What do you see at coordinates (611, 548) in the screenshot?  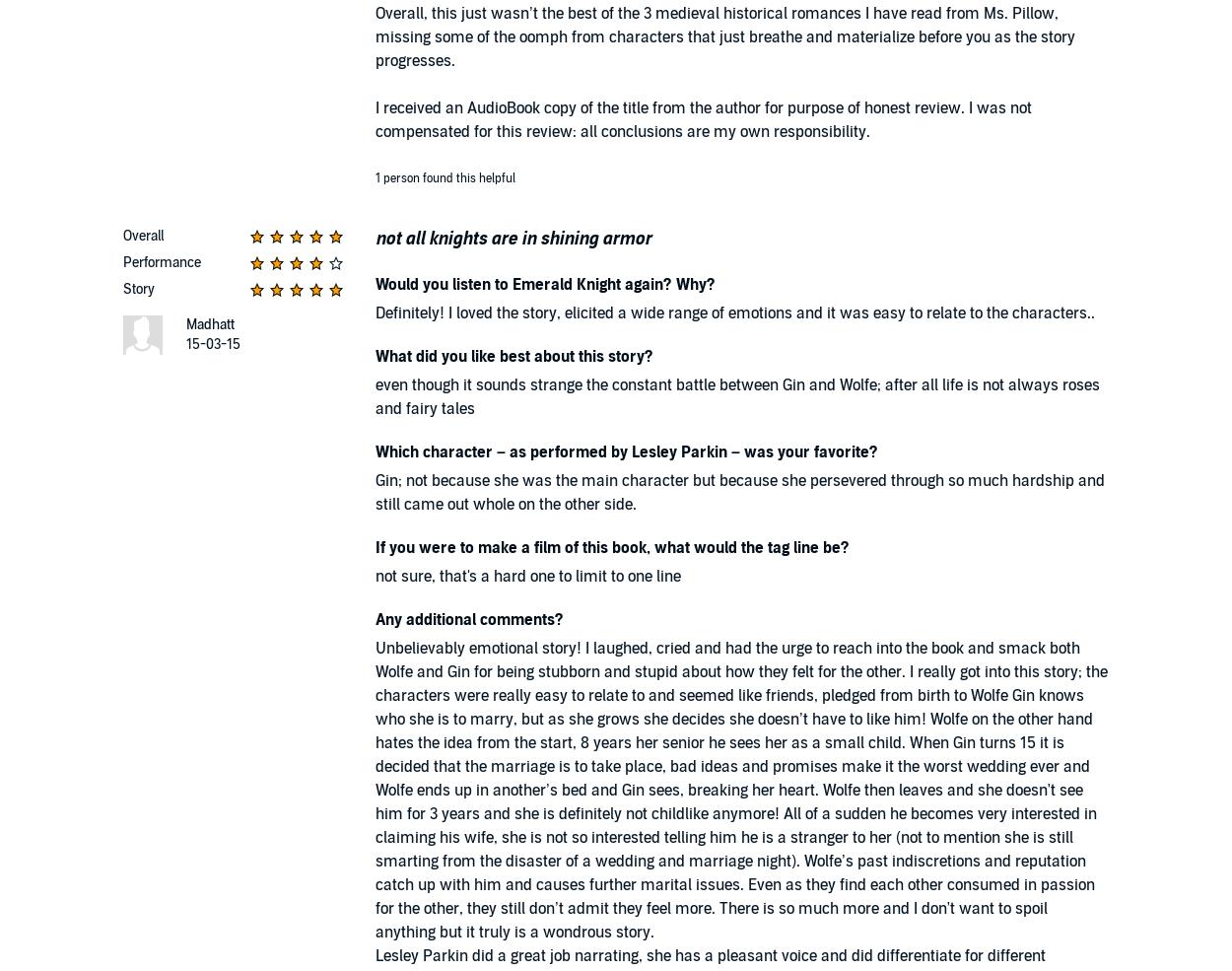 I see `'If you were to make a film of this book, what would the tag line be?'` at bounding box center [611, 548].